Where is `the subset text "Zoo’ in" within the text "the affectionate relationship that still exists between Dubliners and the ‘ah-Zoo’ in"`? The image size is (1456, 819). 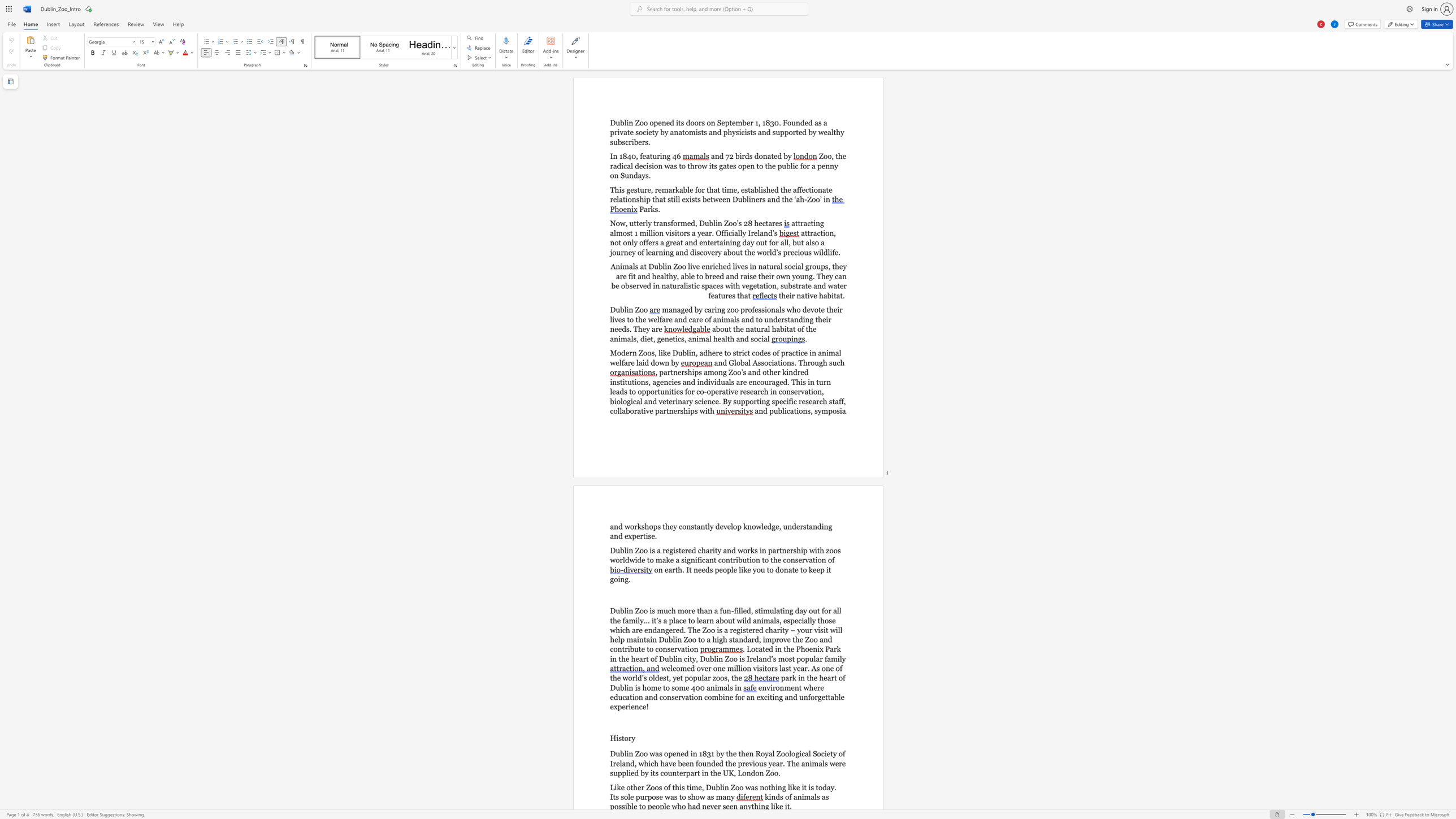
the subset text "Zoo’ in" within the text "the affectionate relationship that still exists between Dubliners and the ‘ah-Zoo’ in" is located at coordinates (807, 200).